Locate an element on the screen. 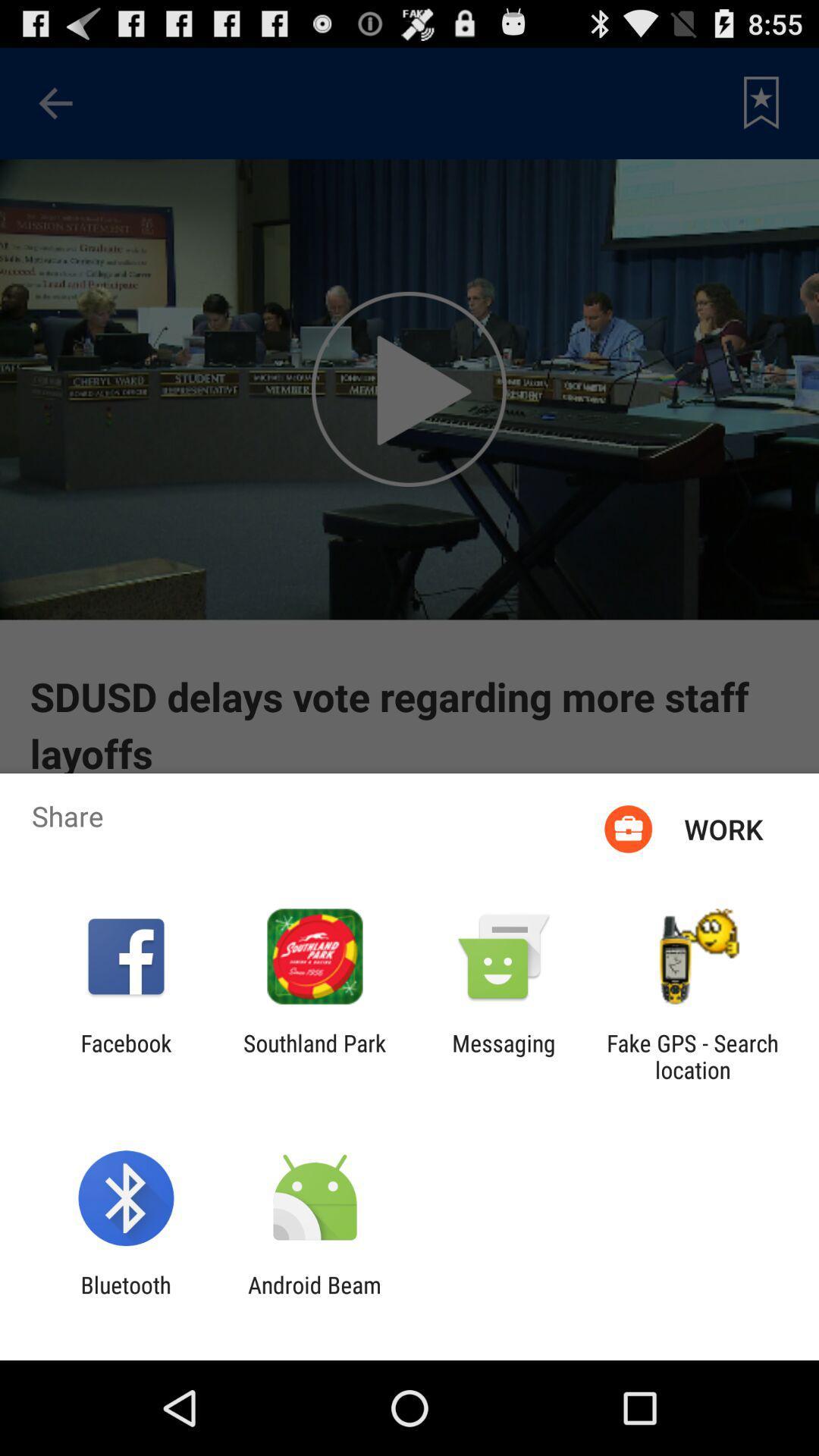 Image resolution: width=819 pixels, height=1456 pixels. the bluetooth app is located at coordinates (125, 1298).